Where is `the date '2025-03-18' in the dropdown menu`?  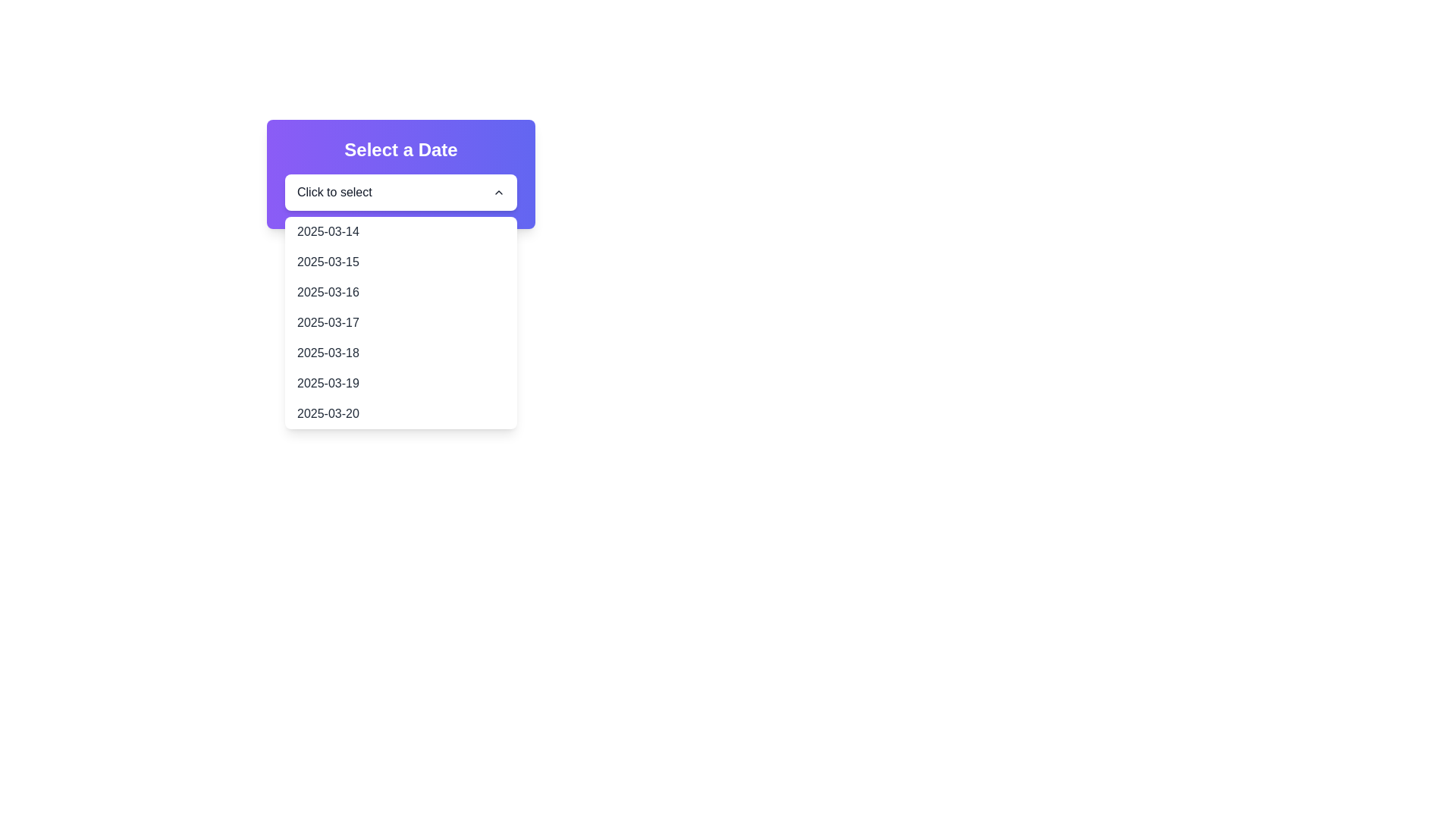
the date '2025-03-18' in the dropdown menu is located at coordinates (327, 353).